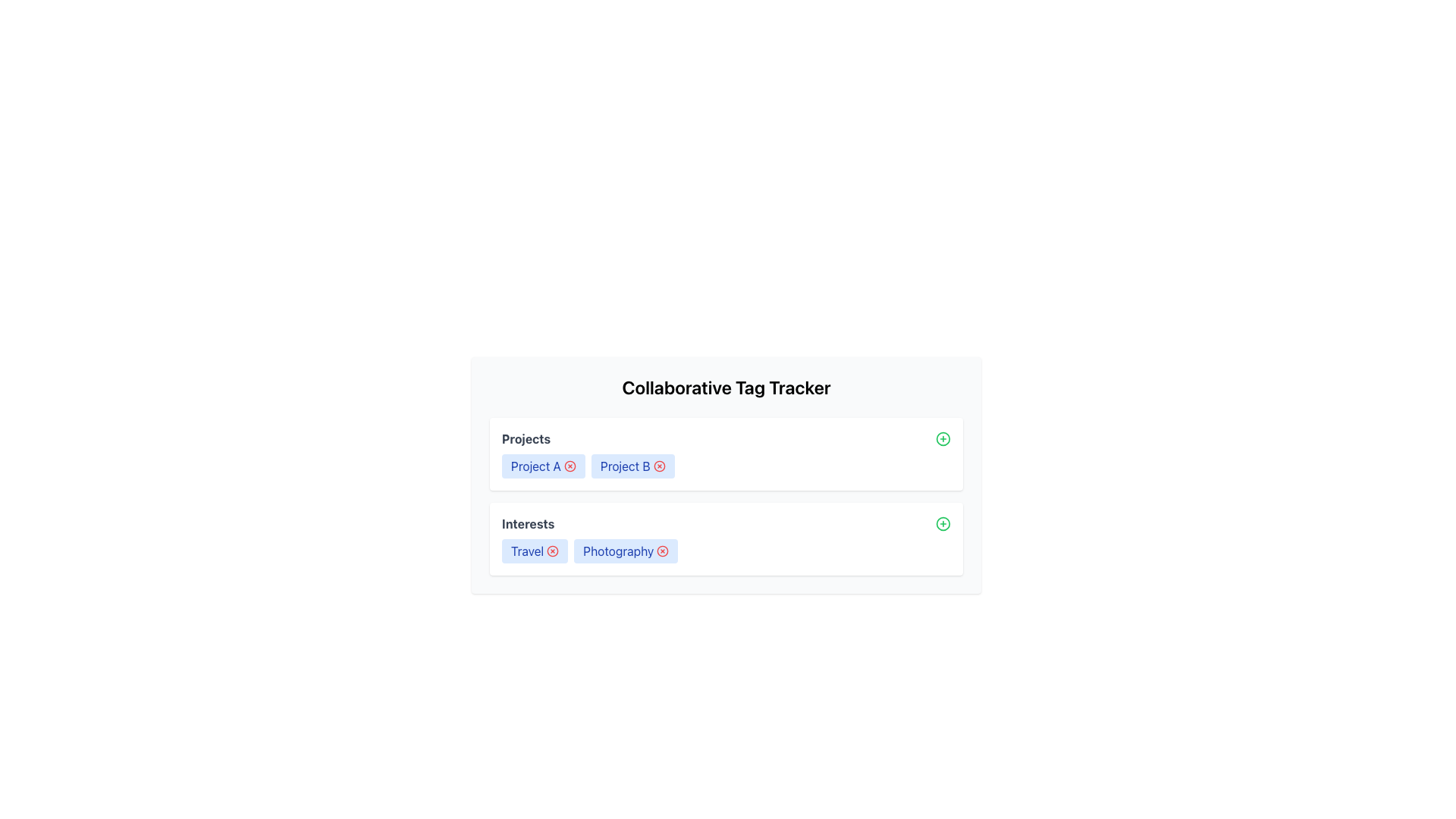  I want to click on the 'Photography' badge component located in the 'Interests' section, so click(626, 551).